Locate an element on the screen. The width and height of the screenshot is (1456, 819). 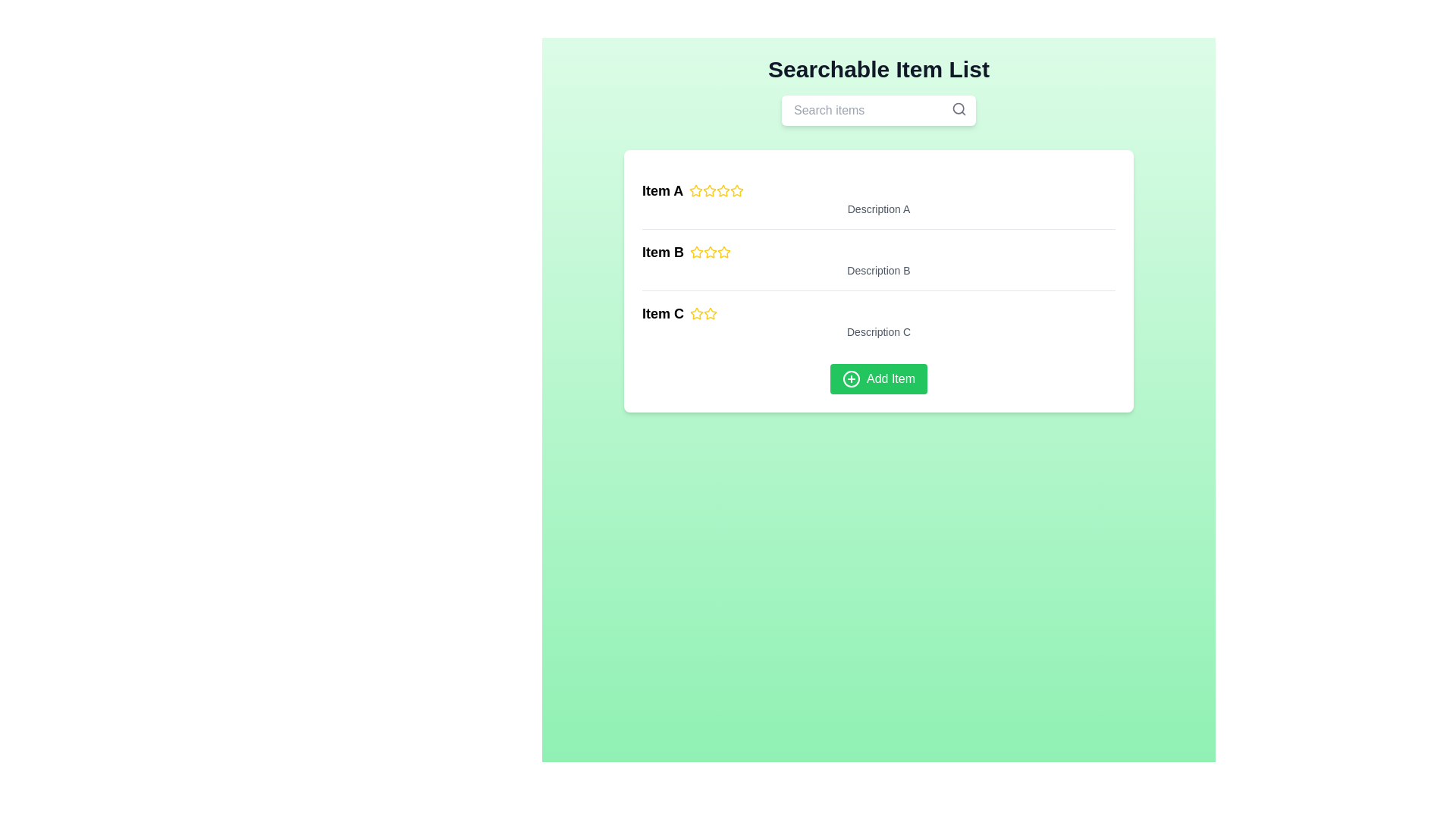
the first rating star icon for 'Item C', which is styled with a yellow outline and hollow center is located at coordinates (696, 312).